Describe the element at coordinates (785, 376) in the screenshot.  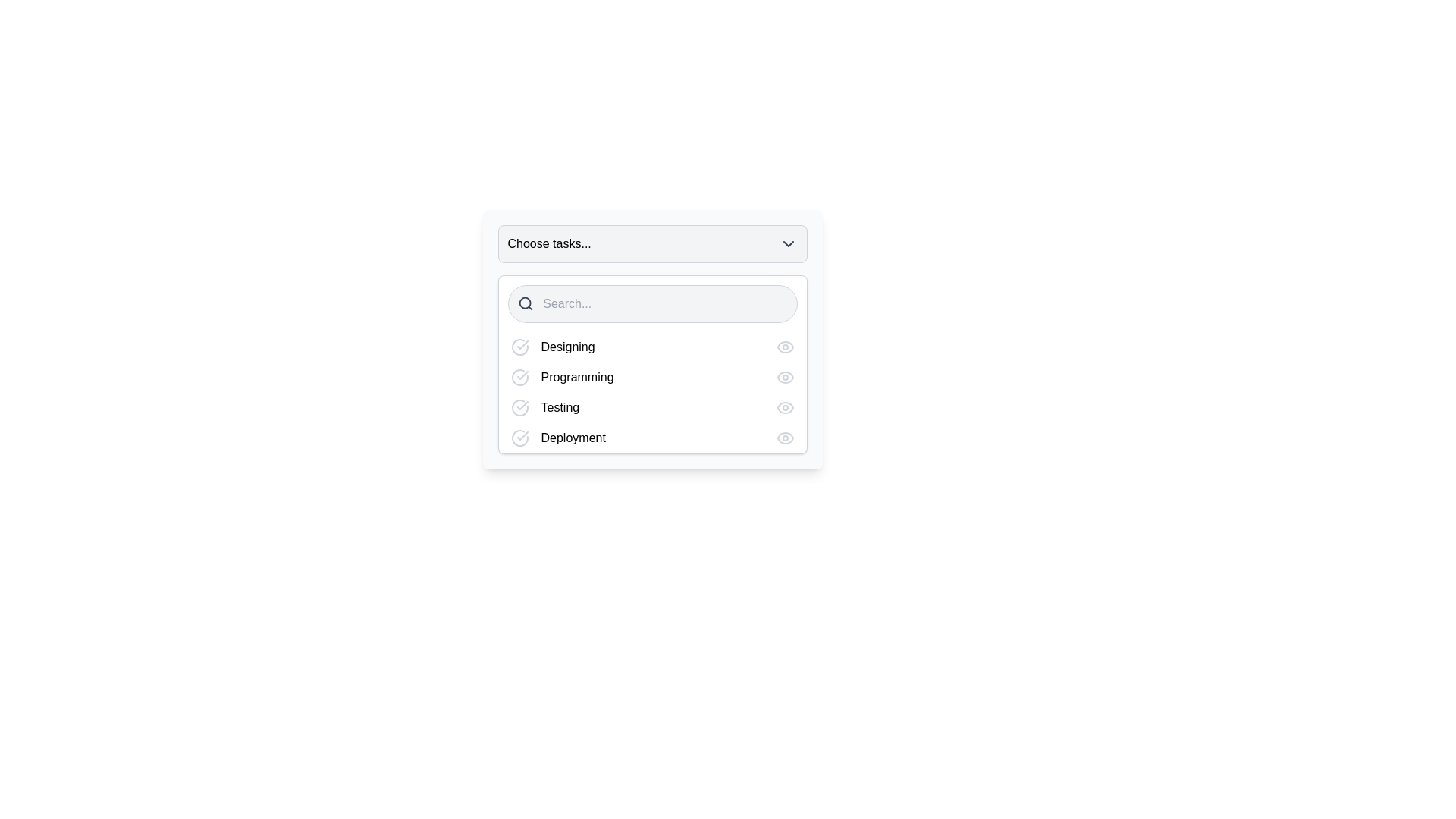
I see `the outer curved line of the eye icon SVG, which is located to the right of the 'Programming' text in the dropdown list of tasks` at that location.